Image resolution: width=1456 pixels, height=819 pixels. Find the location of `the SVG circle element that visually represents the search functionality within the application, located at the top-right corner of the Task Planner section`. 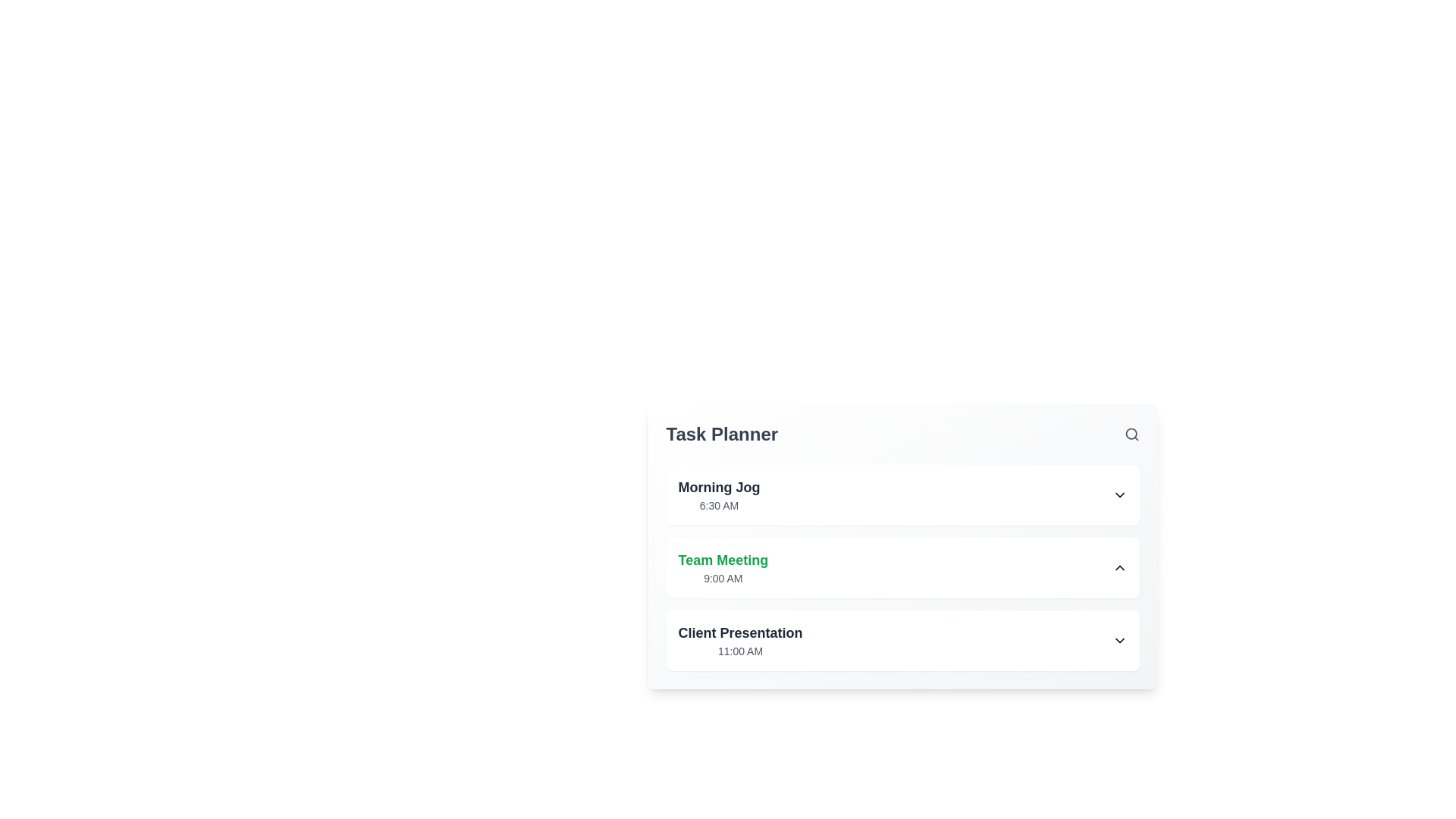

the SVG circle element that visually represents the search functionality within the application, located at the top-right corner of the Task Planner section is located at coordinates (1131, 434).